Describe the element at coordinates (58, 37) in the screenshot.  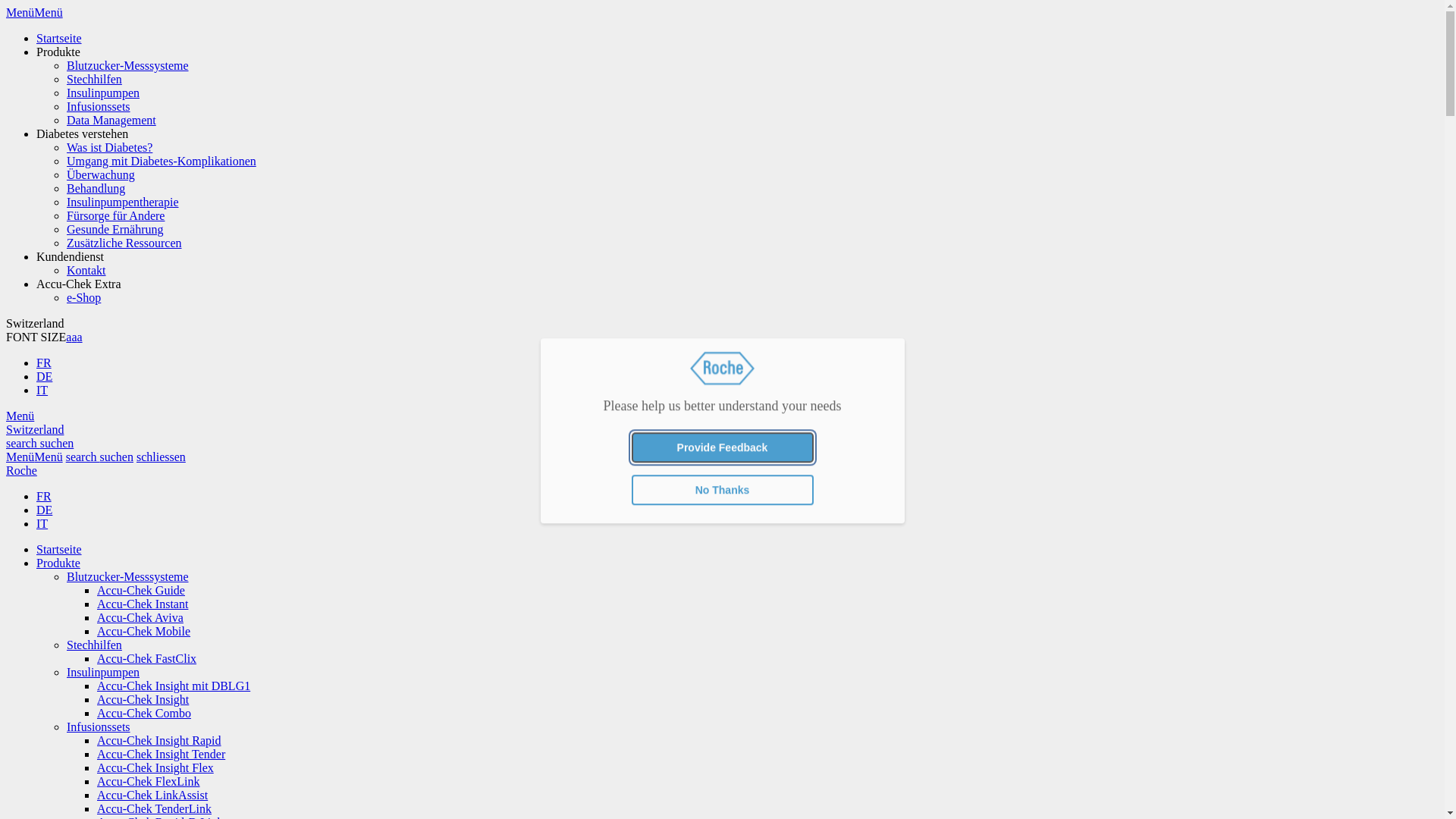
I see `'Startseite'` at that location.